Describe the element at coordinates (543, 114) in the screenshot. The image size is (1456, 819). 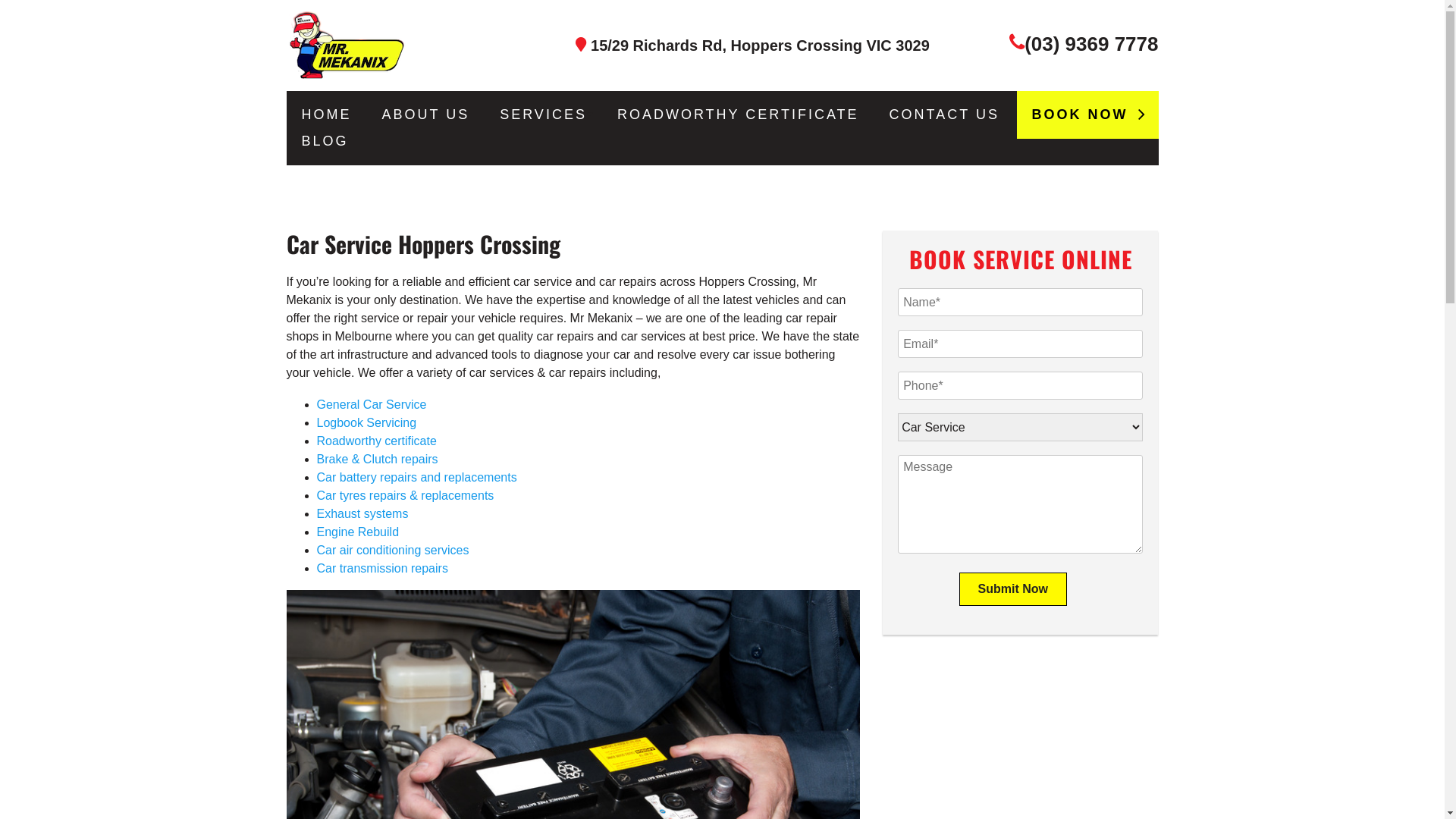
I see `'SERVICES'` at that location.